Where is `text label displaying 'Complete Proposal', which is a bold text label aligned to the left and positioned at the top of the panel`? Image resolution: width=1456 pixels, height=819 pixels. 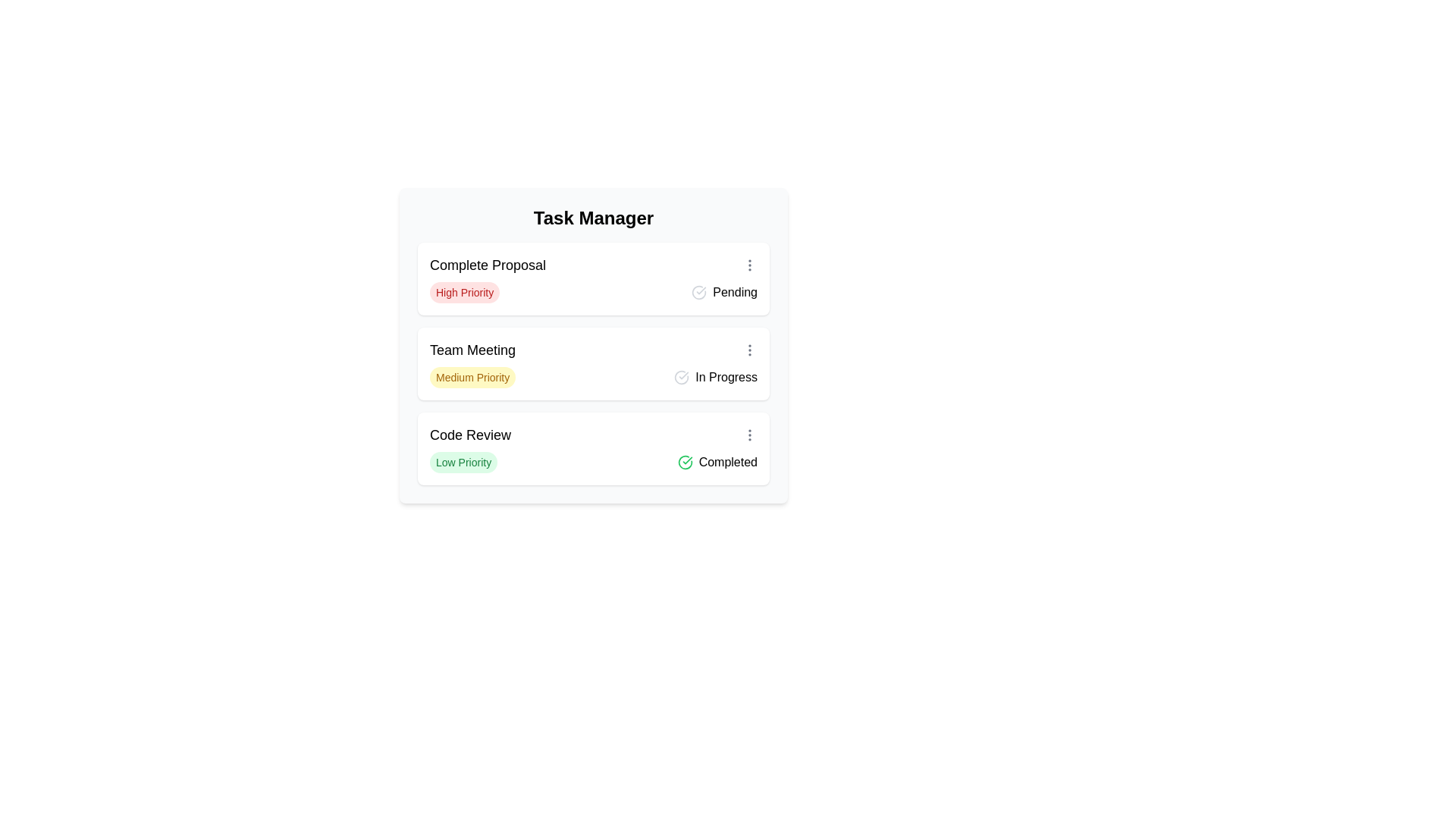
text label displaying 'Complete Proposal', which is a bold text label aligned to the left and positioned at the top of the panel is located at coordinates (488, 265).